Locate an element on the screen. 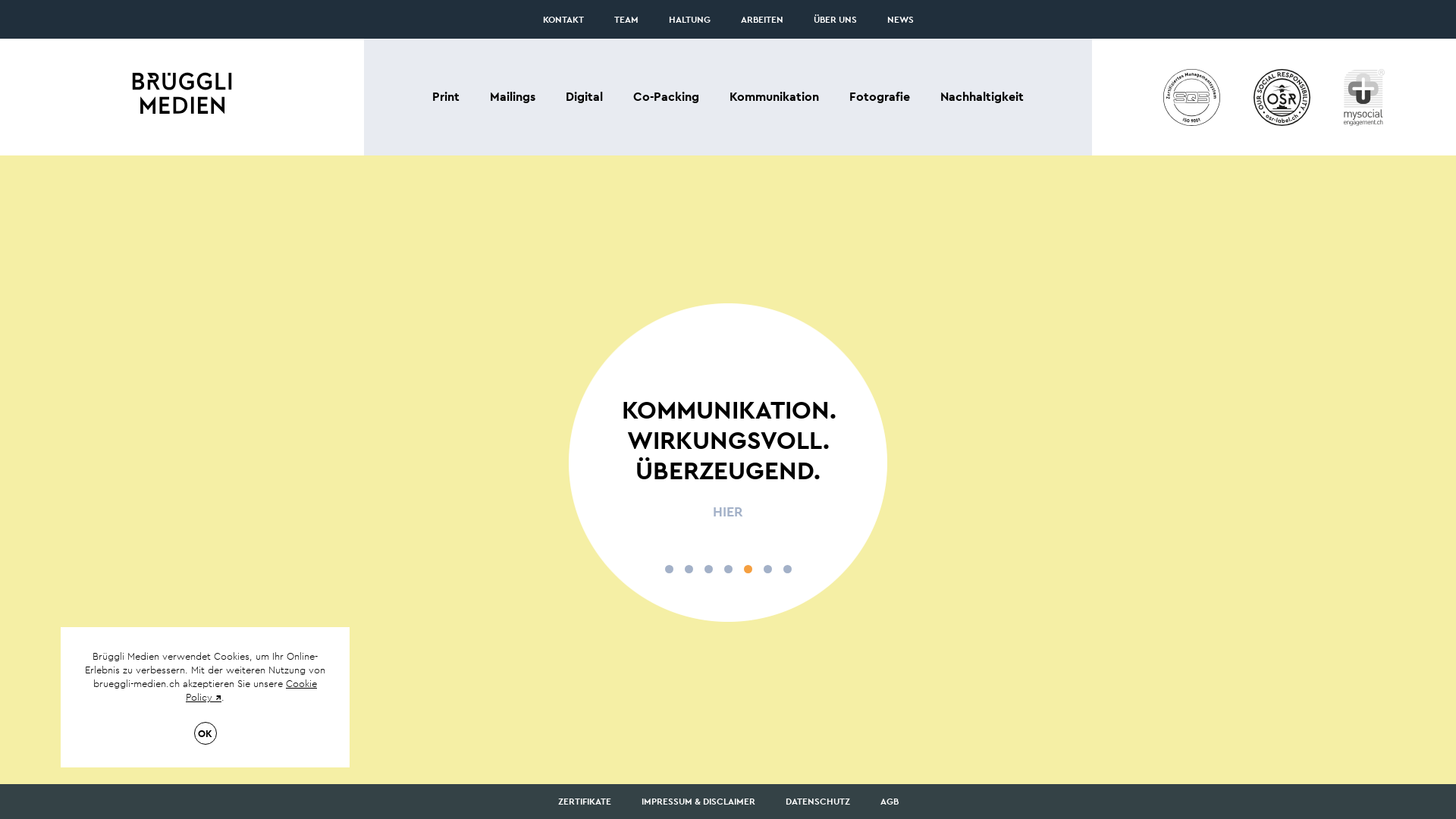 This screenshot has height=819, width=1456. 'TEAM' is located at coordinates (626, 20).